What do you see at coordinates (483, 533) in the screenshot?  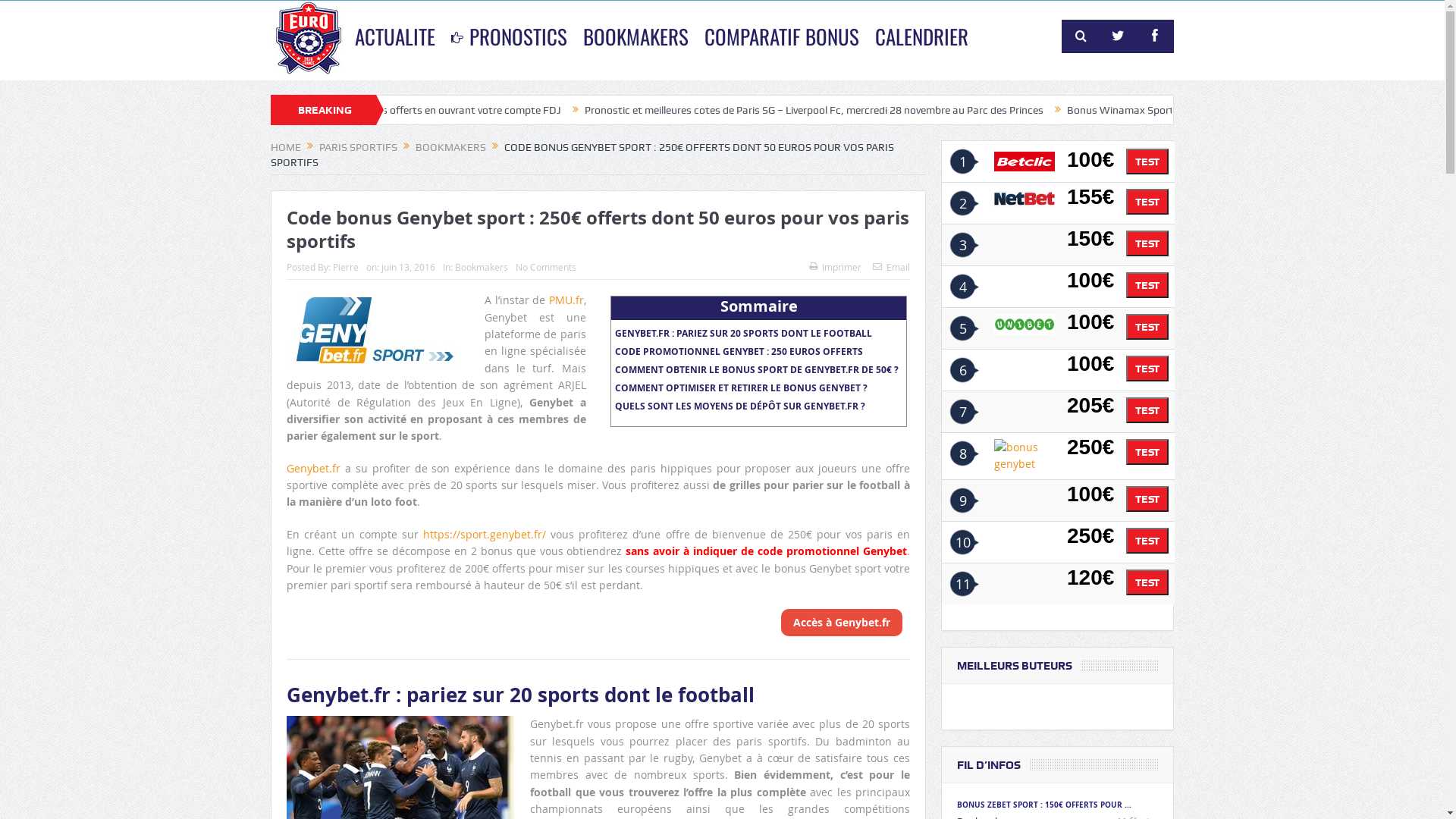 I see `'https://sport.genybet.fr/'` at bounding box center [483, 533].